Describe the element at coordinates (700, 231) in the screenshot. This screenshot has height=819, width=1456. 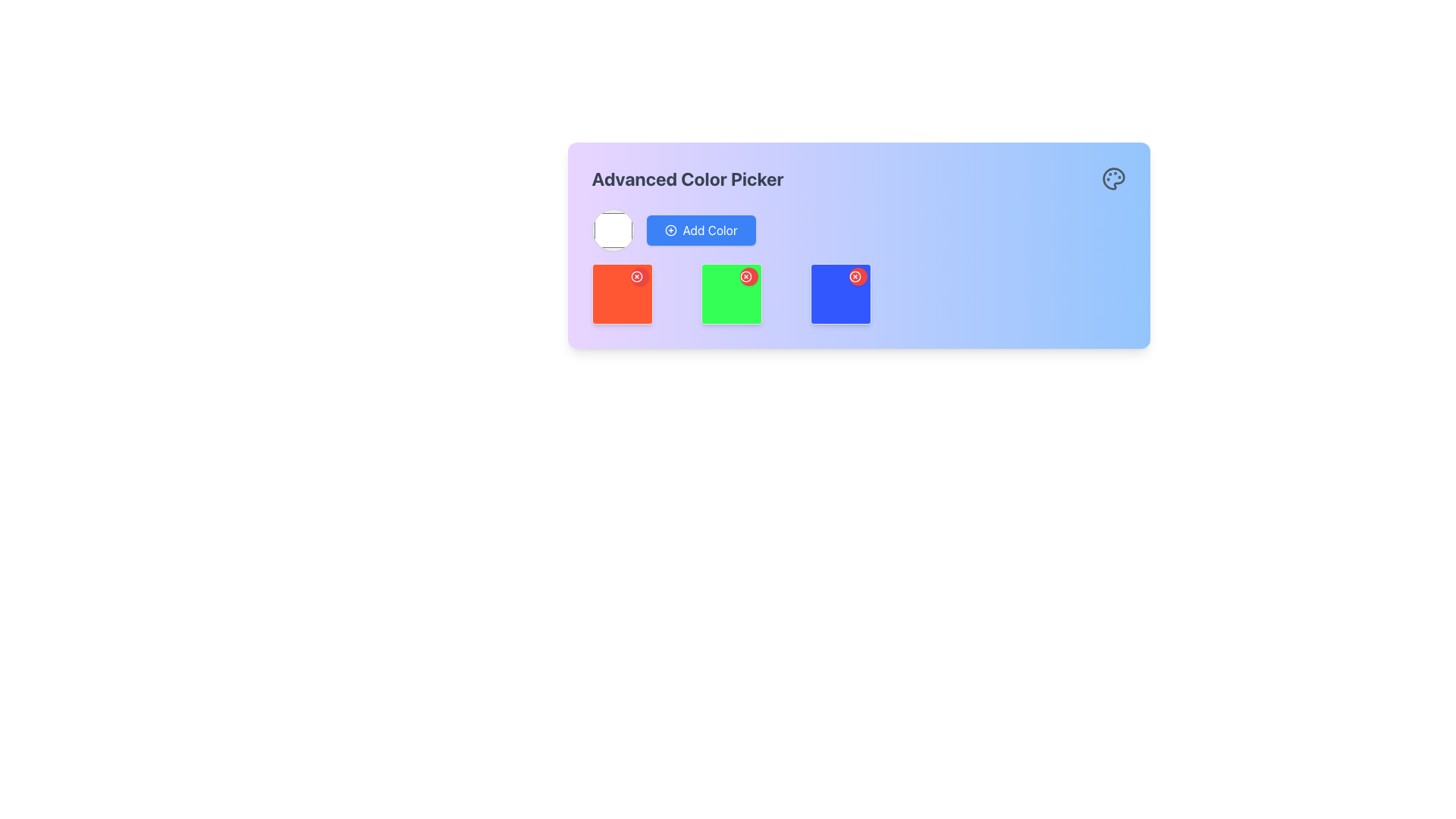
I see `the 'Add Color' button, which is a rounded rectangular button with a blue background and white text` at that location.